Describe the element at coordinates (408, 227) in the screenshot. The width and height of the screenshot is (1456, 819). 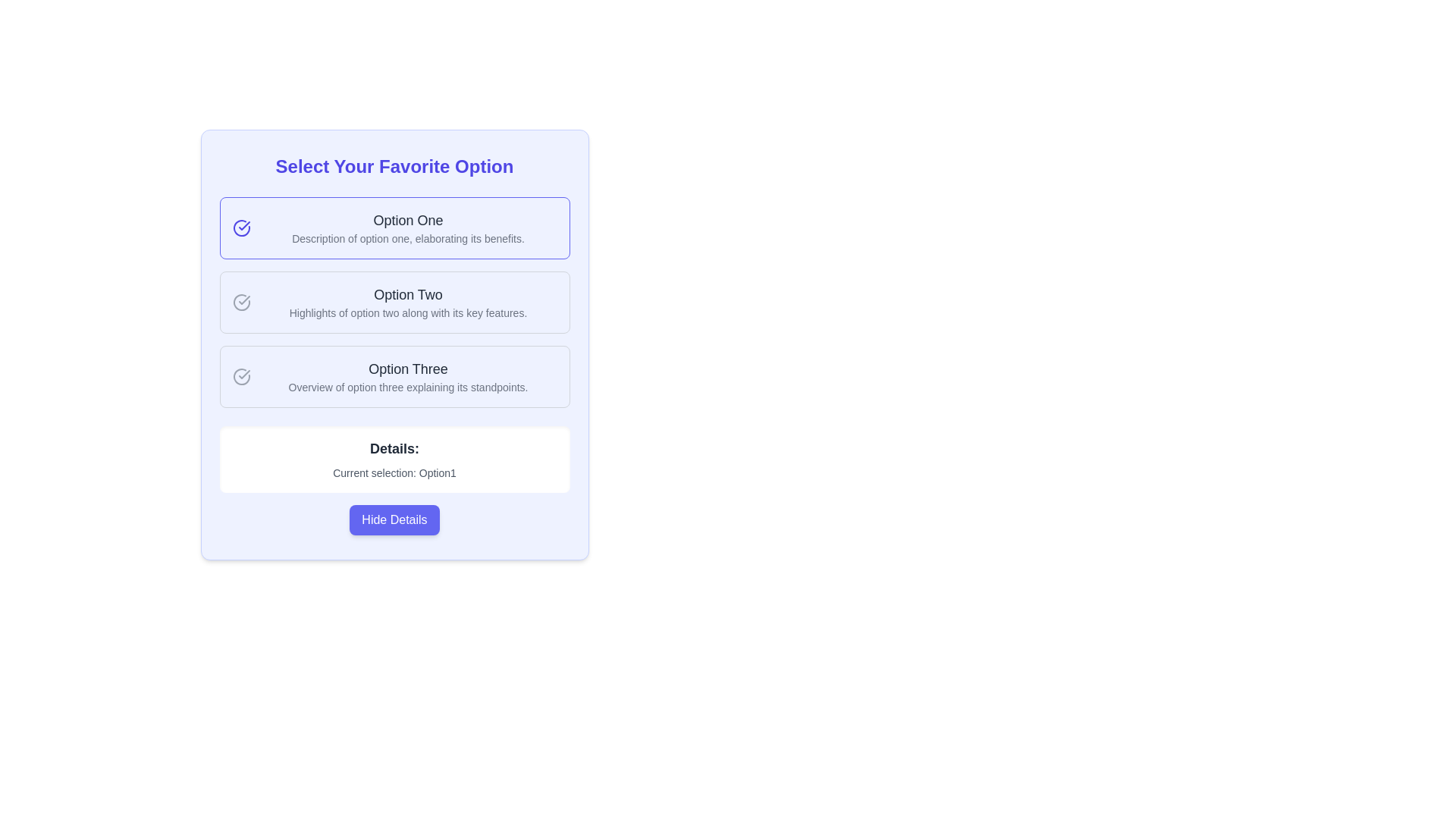
I see `the 'Option One' radio button` at that location.